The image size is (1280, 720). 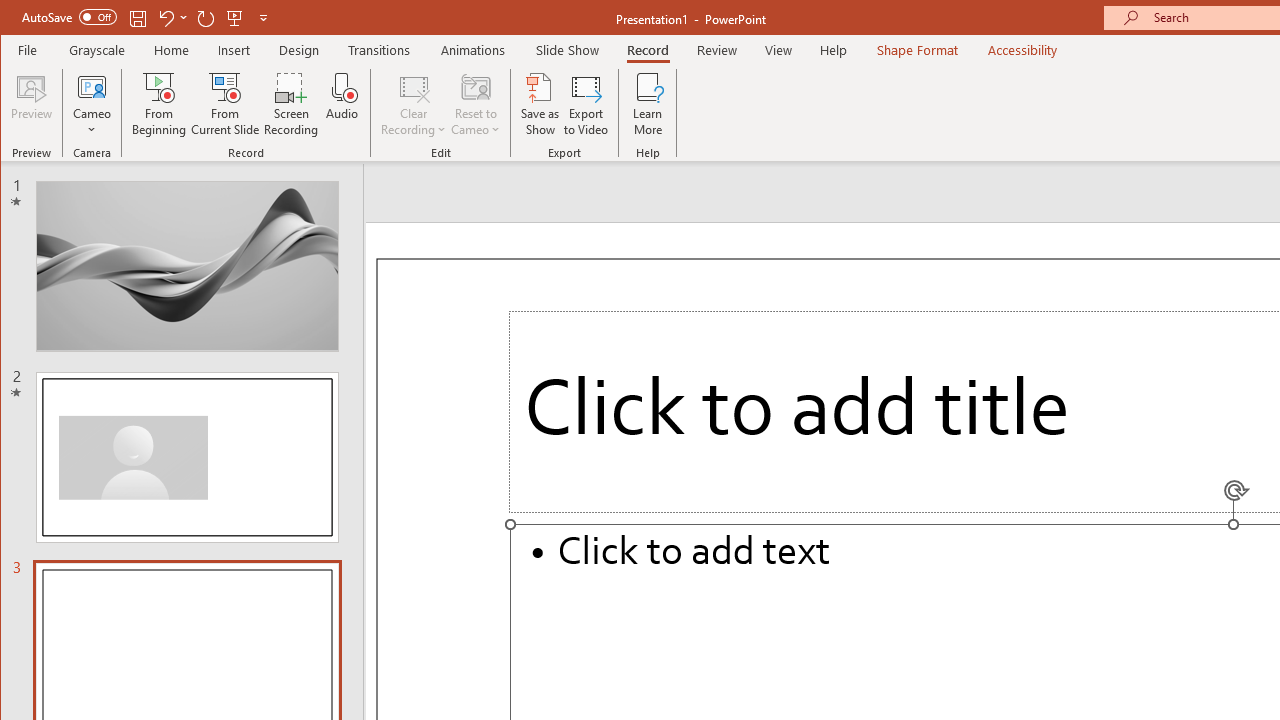 I want to click on 'Clear Recording', so click(x=413, y=104).